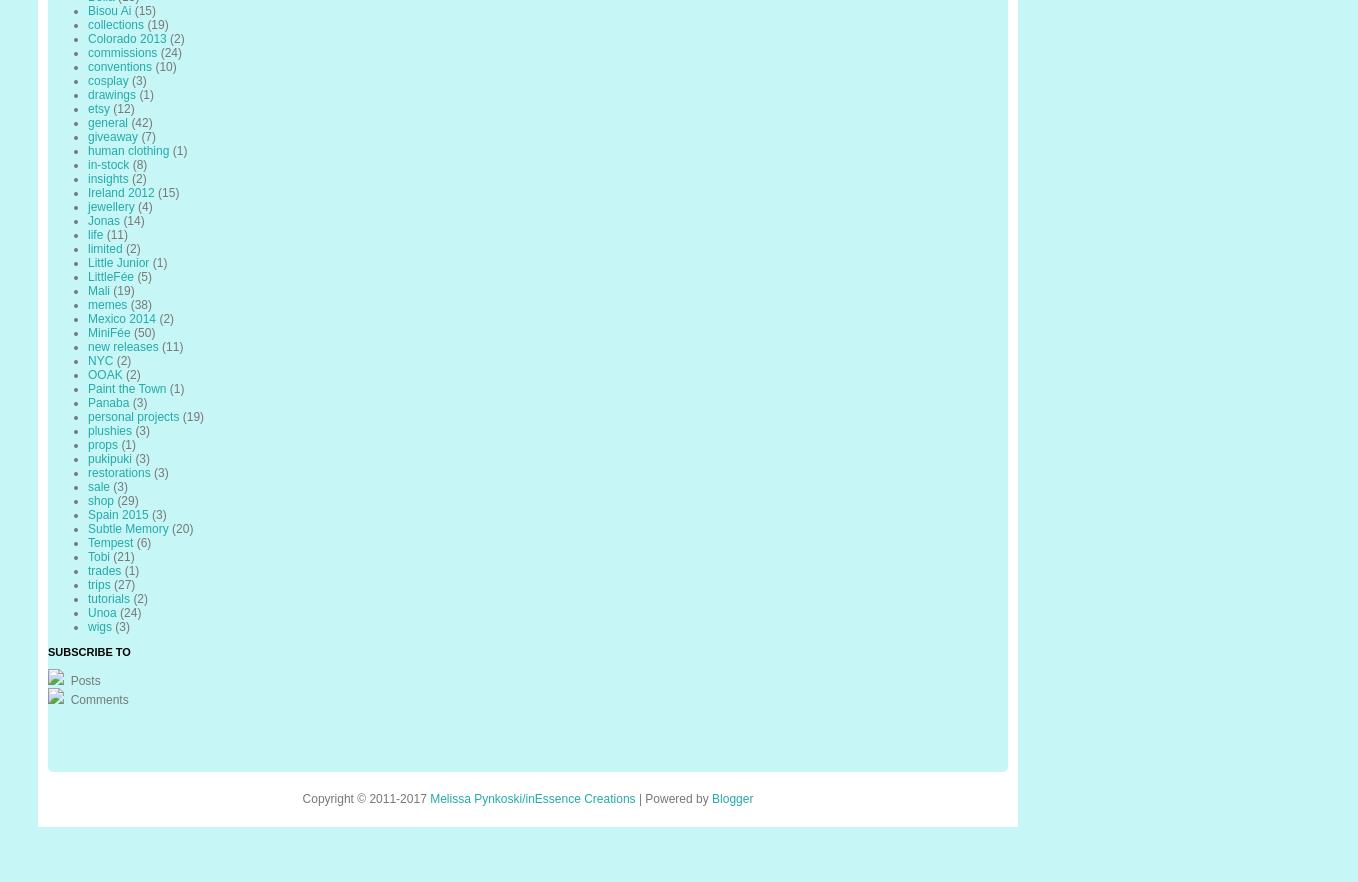  I want to click on 'Colorado 2013', so click(125, 37).